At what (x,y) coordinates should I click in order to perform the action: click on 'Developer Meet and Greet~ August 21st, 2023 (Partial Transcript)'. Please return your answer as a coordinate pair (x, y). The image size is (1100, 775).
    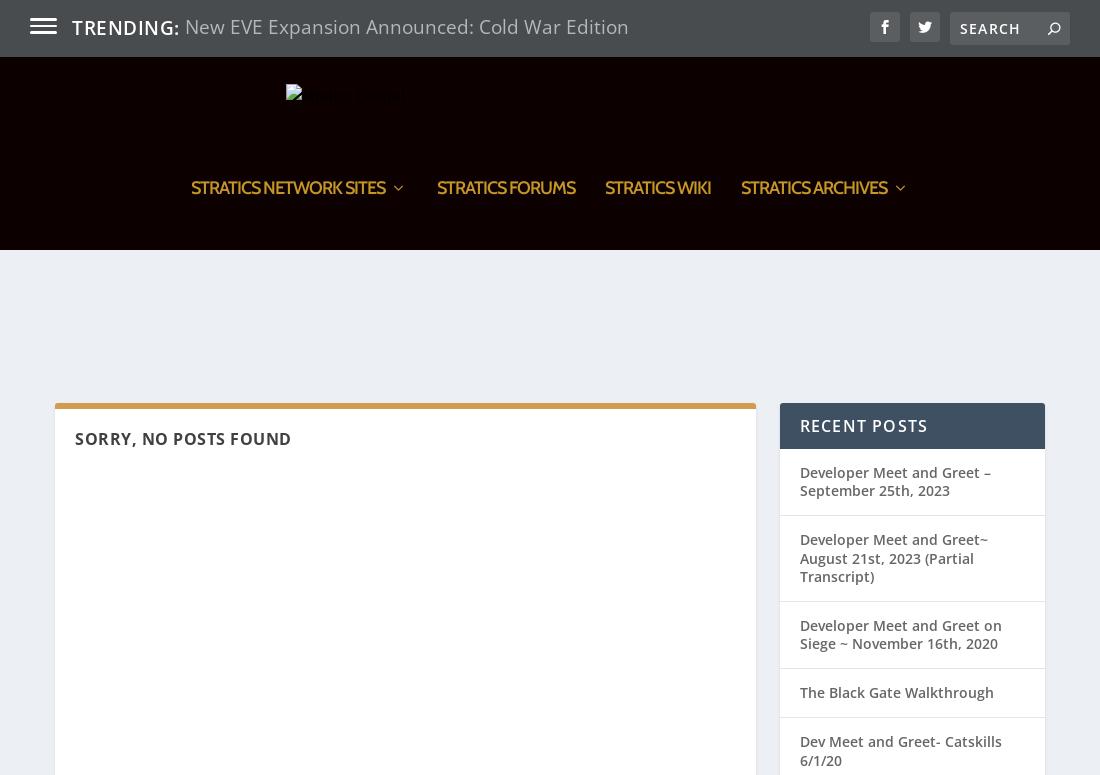
    Looking at the image, I should click on (891, 447).